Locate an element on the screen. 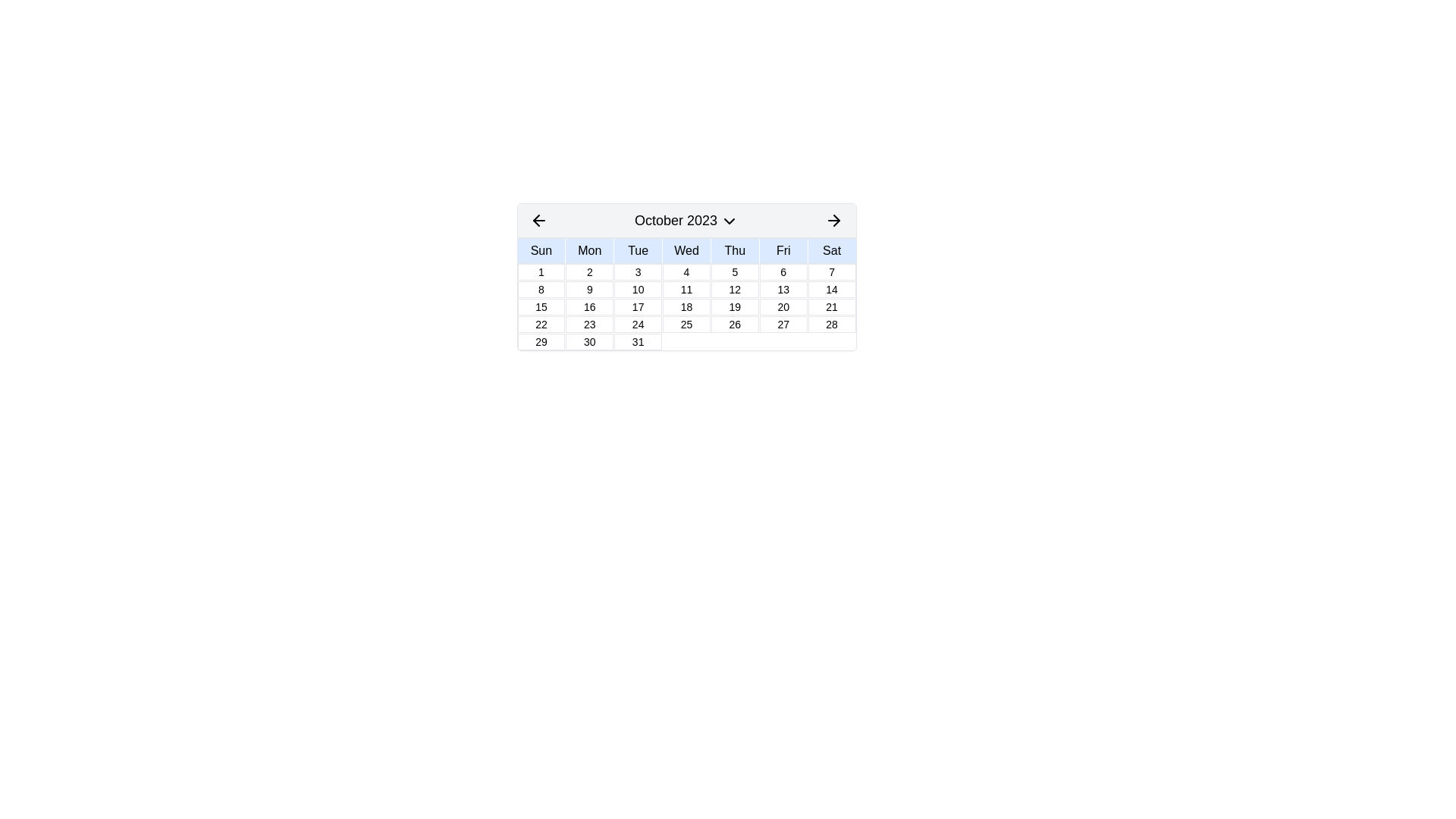 Image resolution: width=1456 pixels, height=819 pixels. the date label is located at coordinates (783, 324).